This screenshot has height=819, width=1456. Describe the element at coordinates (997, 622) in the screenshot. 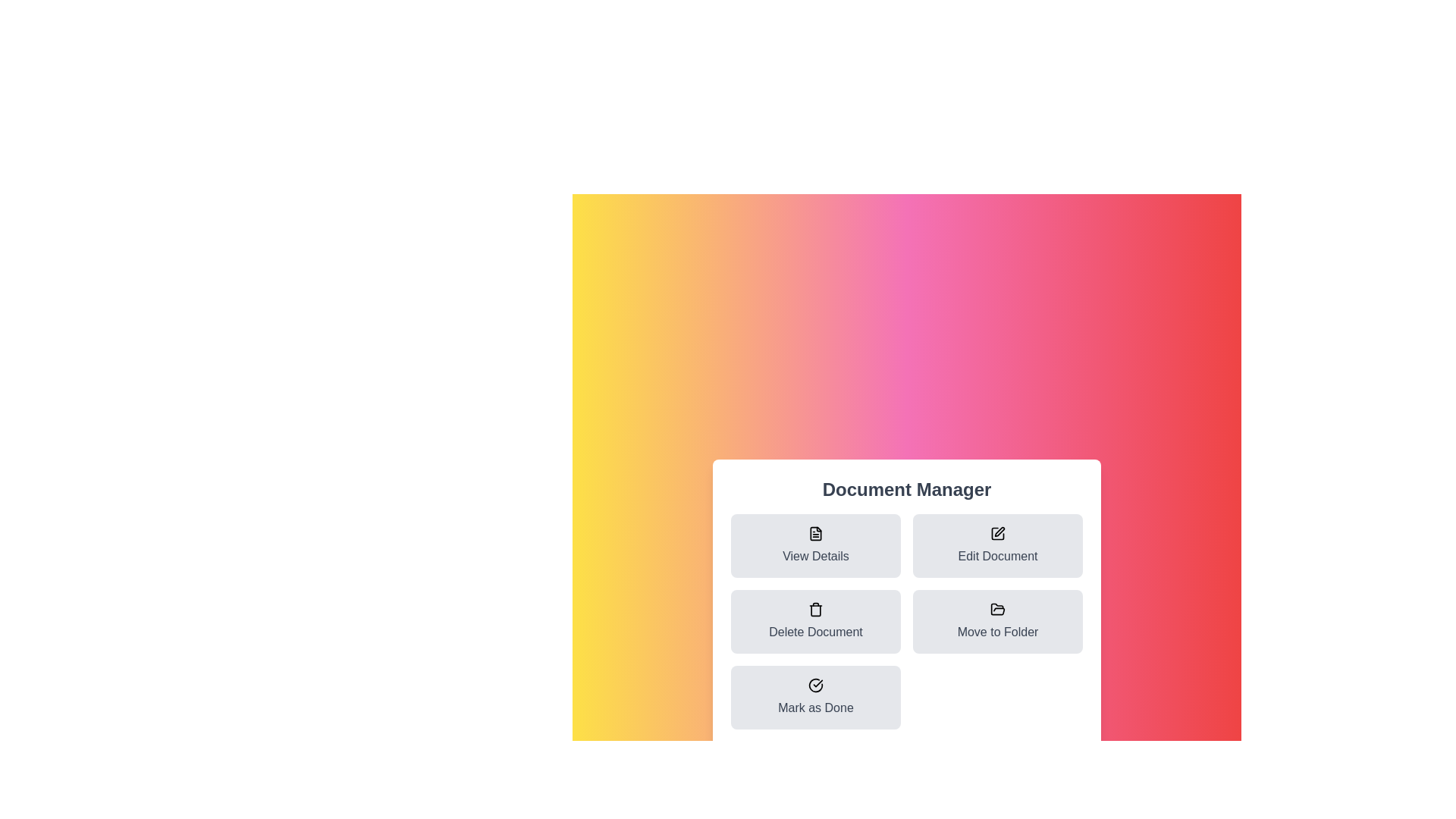

I see `the 'Move to Folder' button to move the document to a folder` at that location.